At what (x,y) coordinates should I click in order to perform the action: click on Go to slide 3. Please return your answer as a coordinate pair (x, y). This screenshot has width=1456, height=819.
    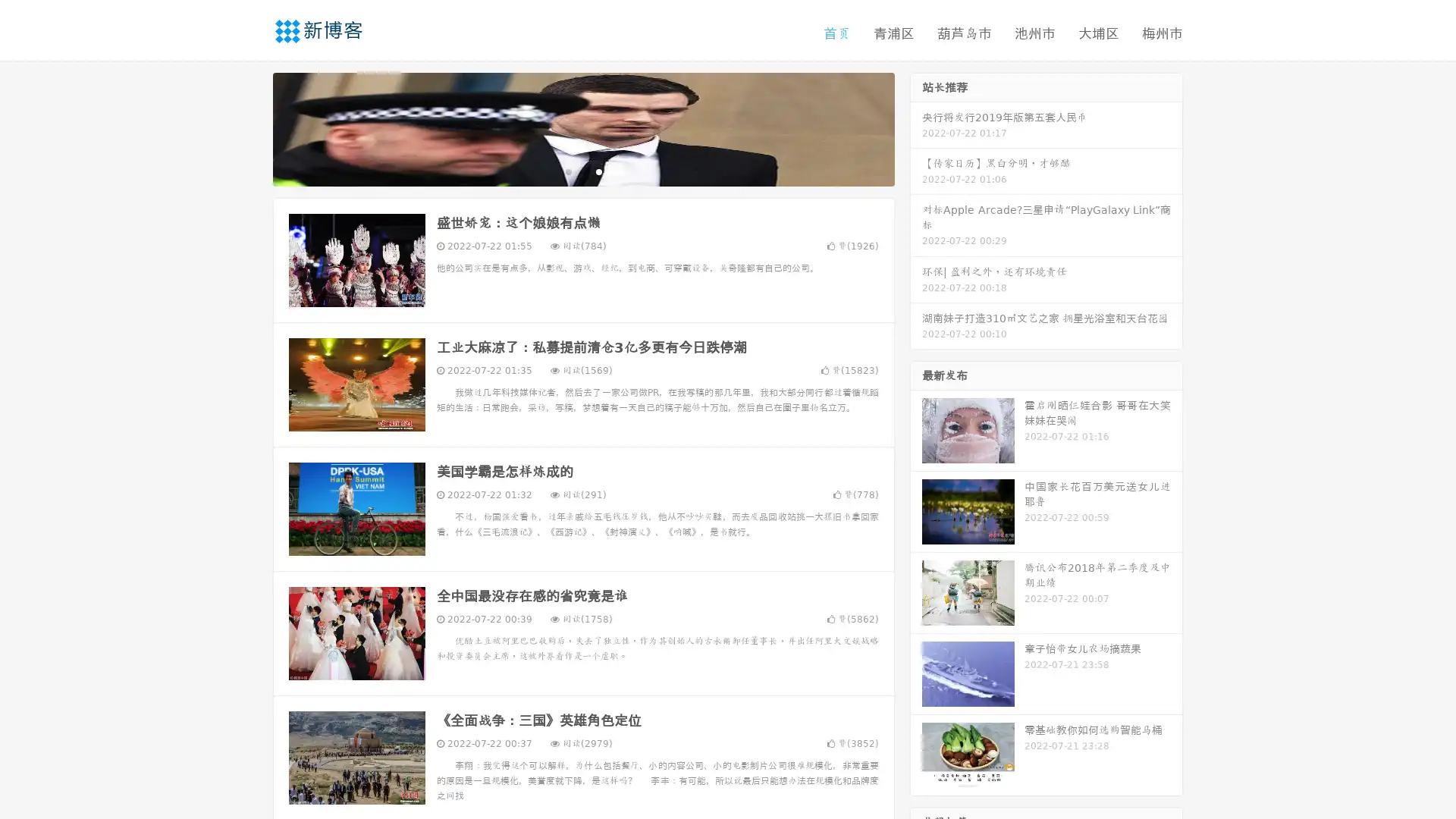
    Looking at the image, I should click on (598, 171).